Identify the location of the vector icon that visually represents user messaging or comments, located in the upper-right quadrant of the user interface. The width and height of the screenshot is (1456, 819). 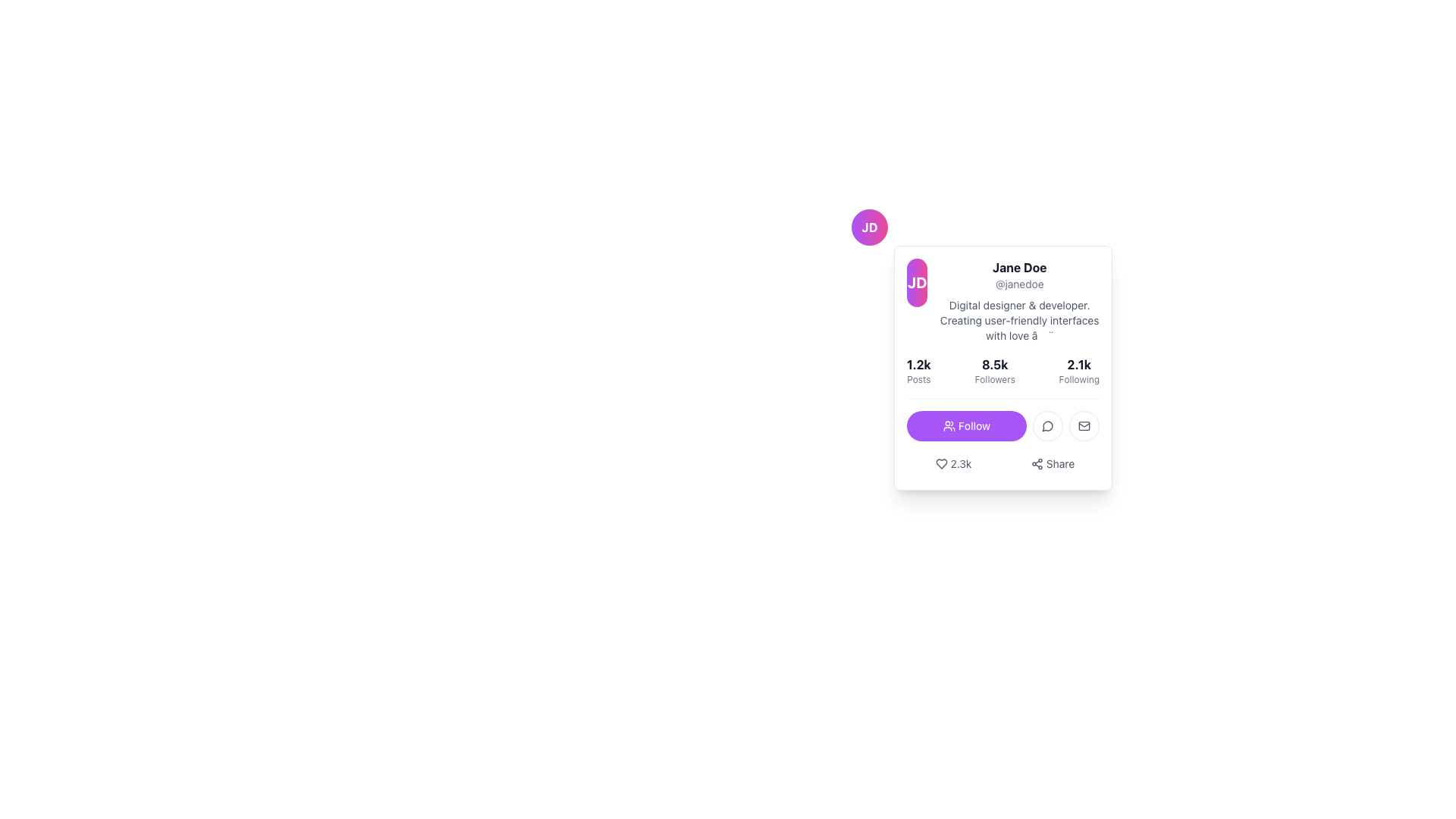
(1046, 426).